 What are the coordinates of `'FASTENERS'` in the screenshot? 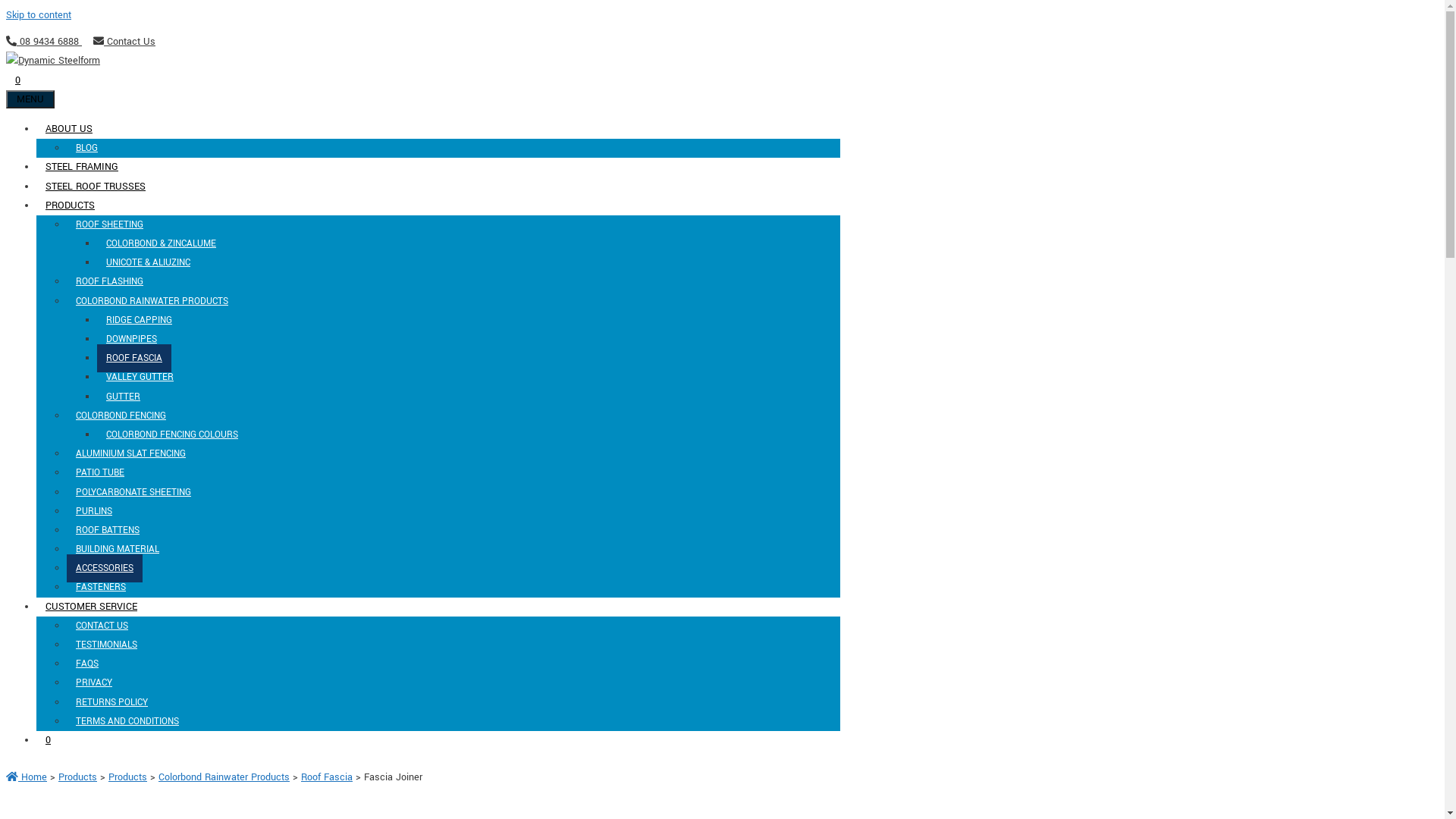 It's located at (100, 586).